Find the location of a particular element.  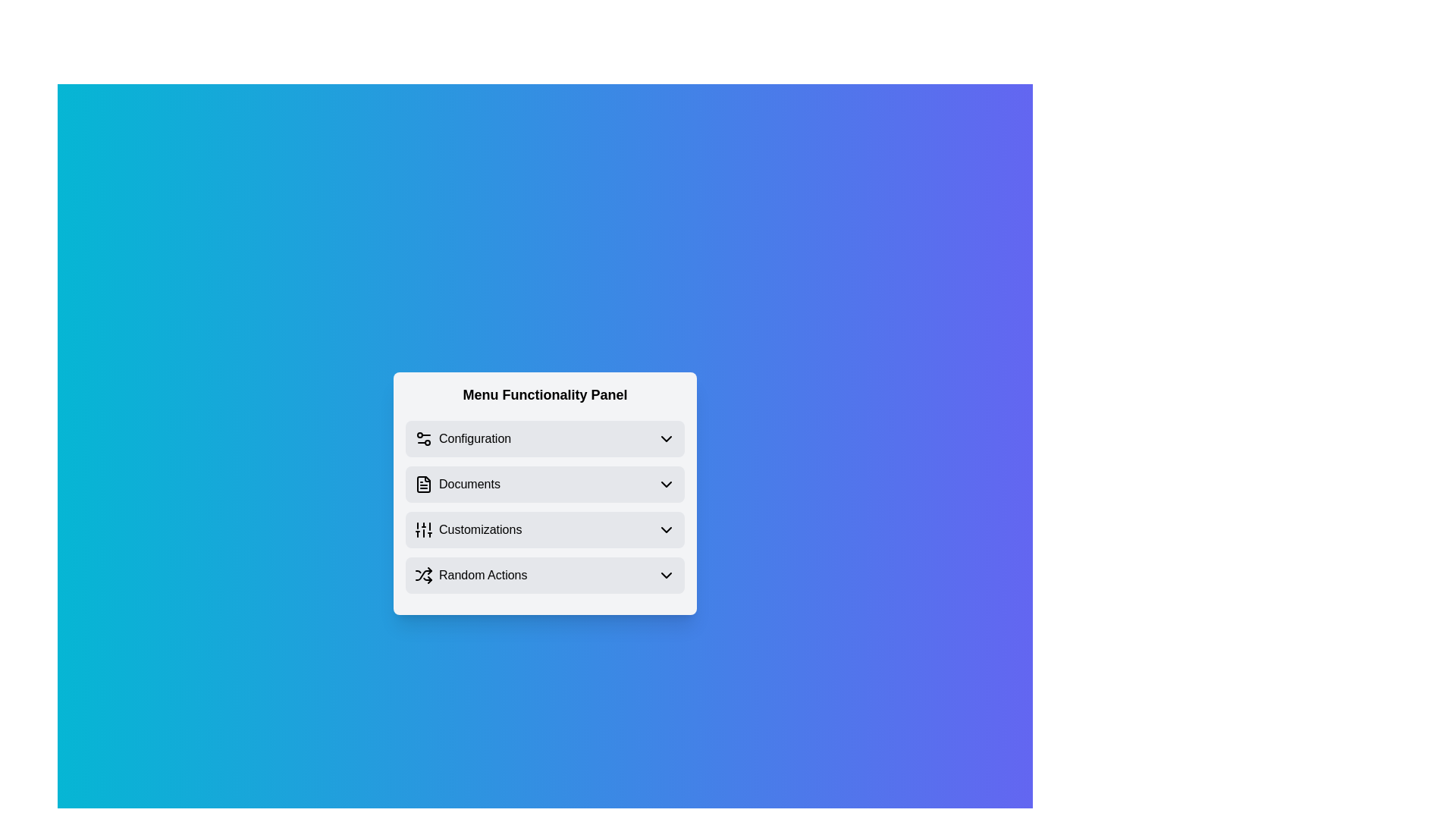

the menu item Documents to observe its hover effect is located at coordinates (545, 485).